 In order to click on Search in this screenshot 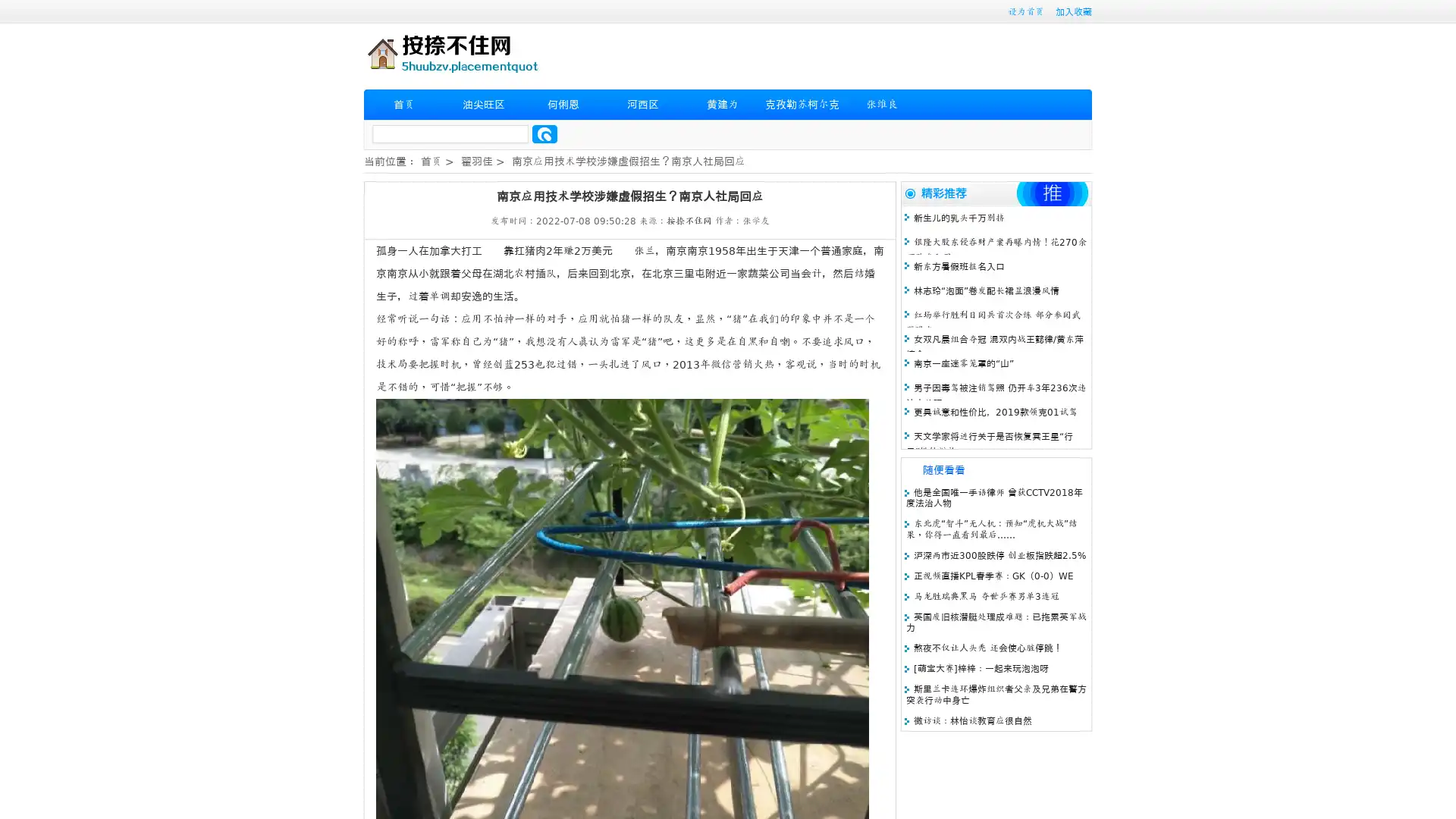, I will do `click(544, 133)`.